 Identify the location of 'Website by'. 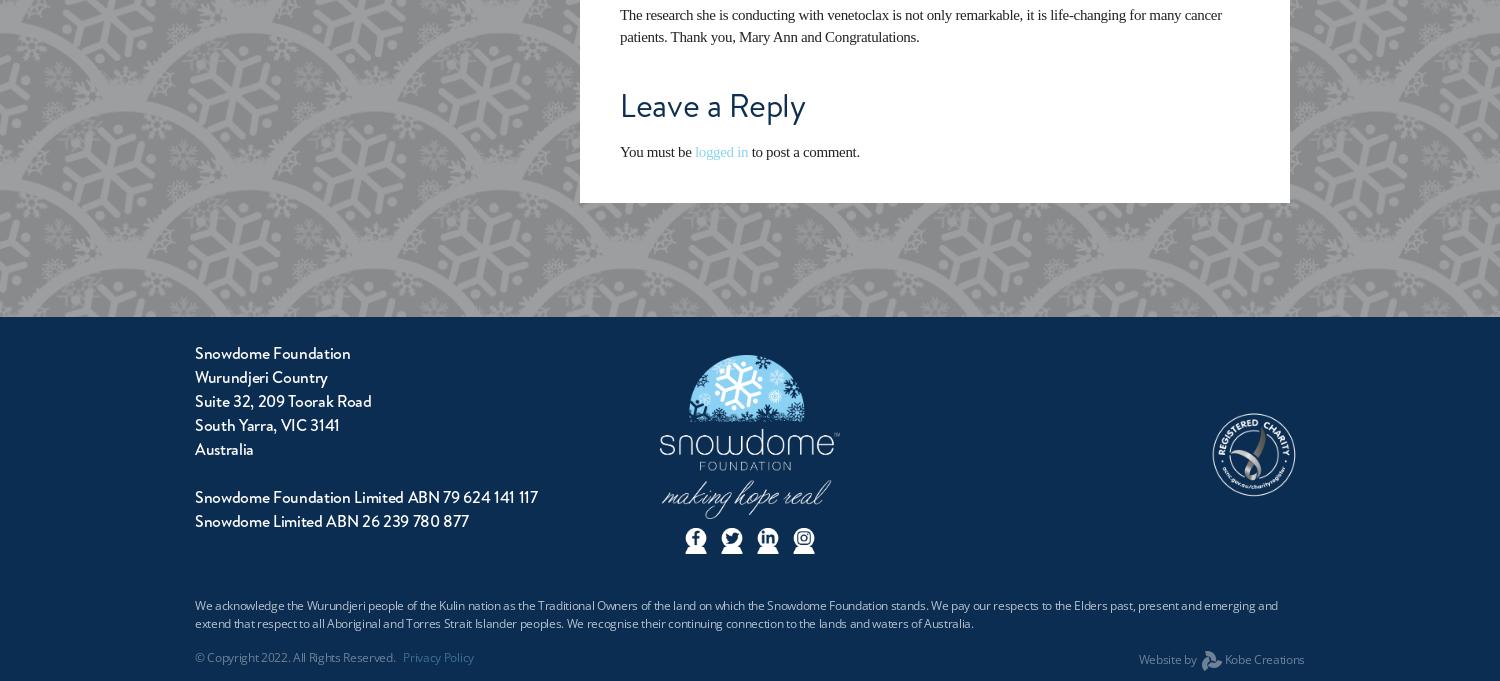
(1168, 658).